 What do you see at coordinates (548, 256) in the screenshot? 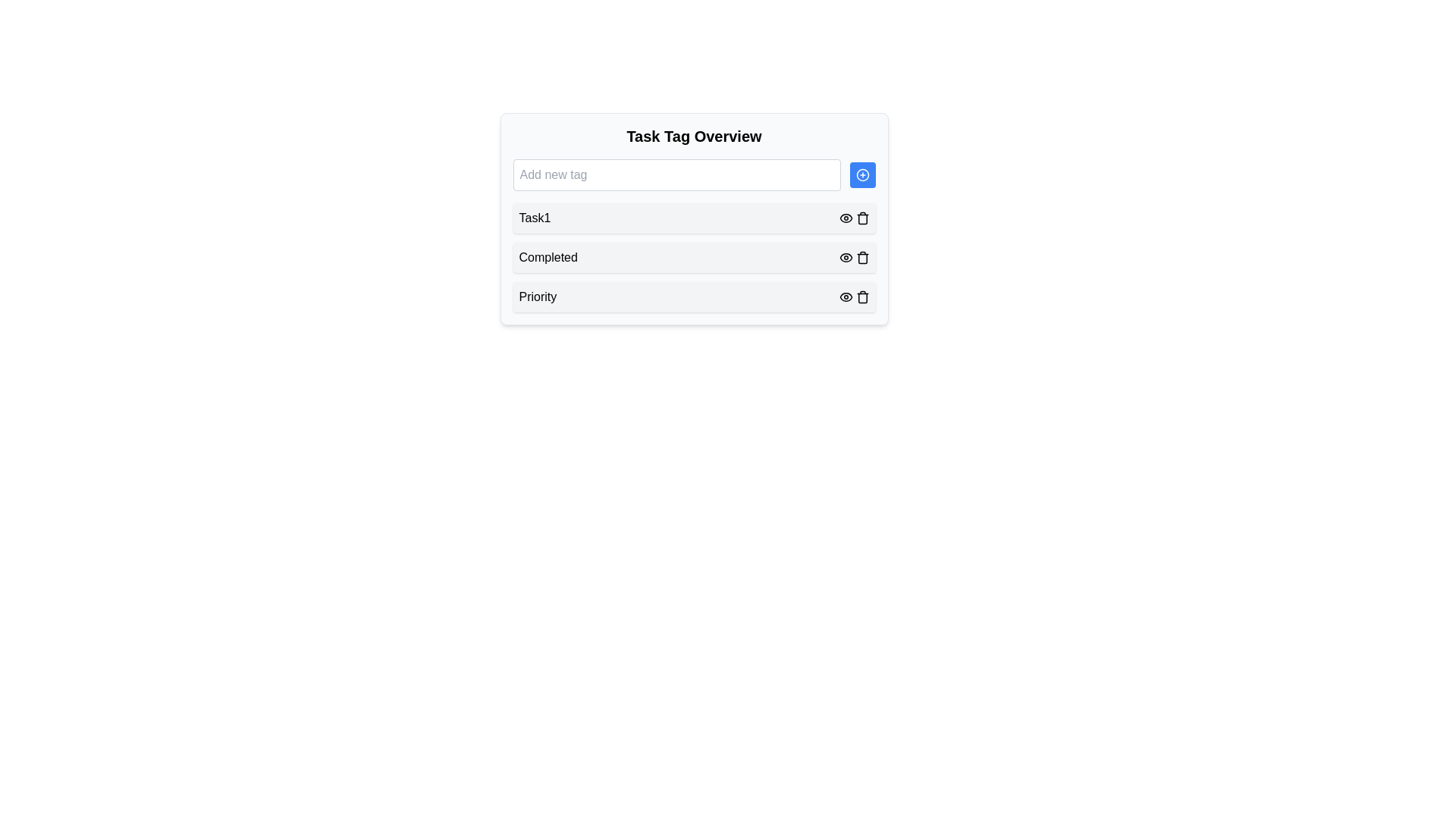
I see `the Text Label that indicates the status or category name in the second row of the 'Task Tag Overview' section, positioned between 'Task1' and 'Priority'` at bounding box center [548, 256].